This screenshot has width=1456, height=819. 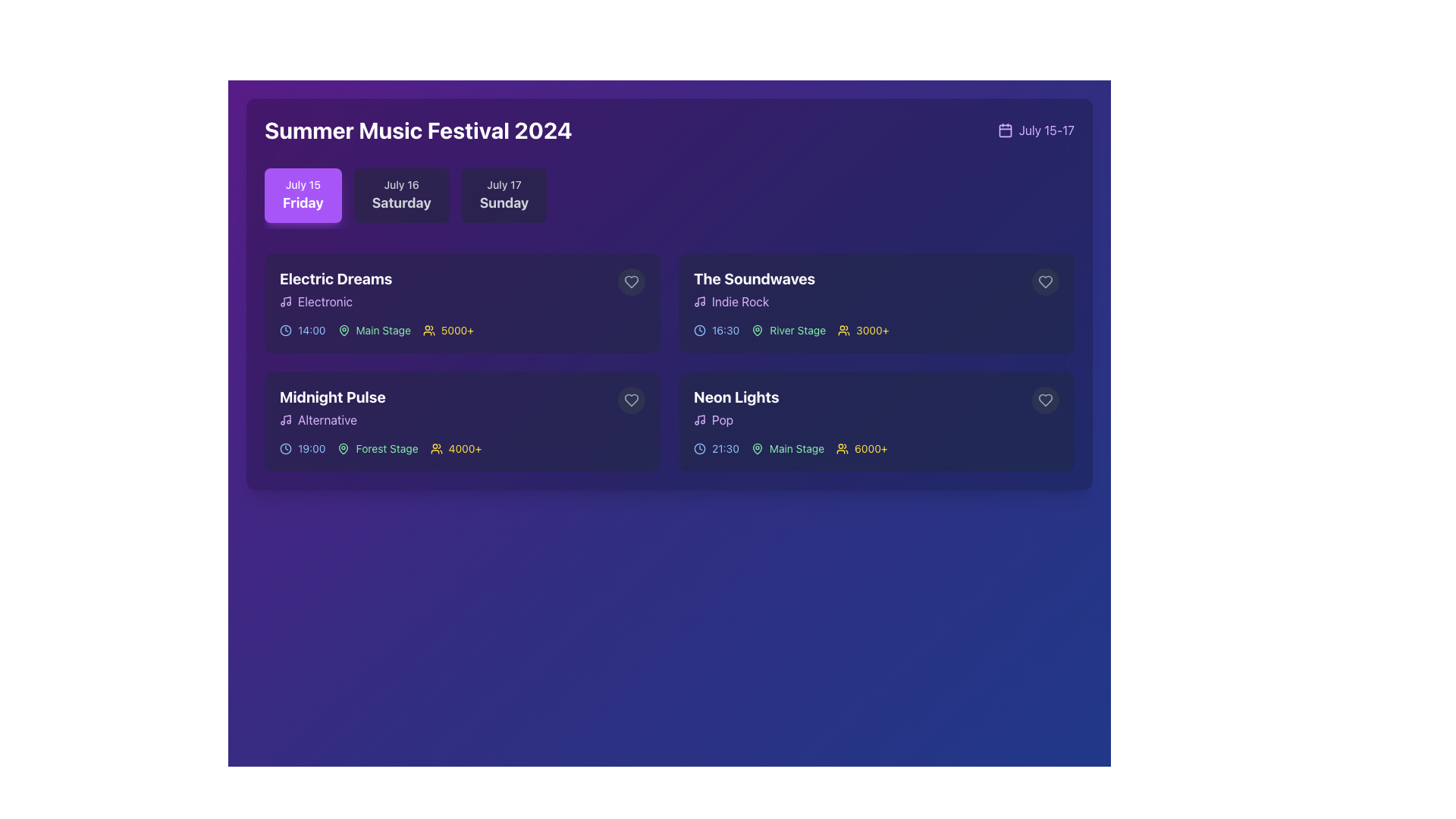 What do you see at coordinates (724, 447) in the screenshot?
I see `the static text label that indicates the starting time of the 'Neon Lights' event, which is located in the bottom right quadrant of the interface` at bounding box center [724, 447].